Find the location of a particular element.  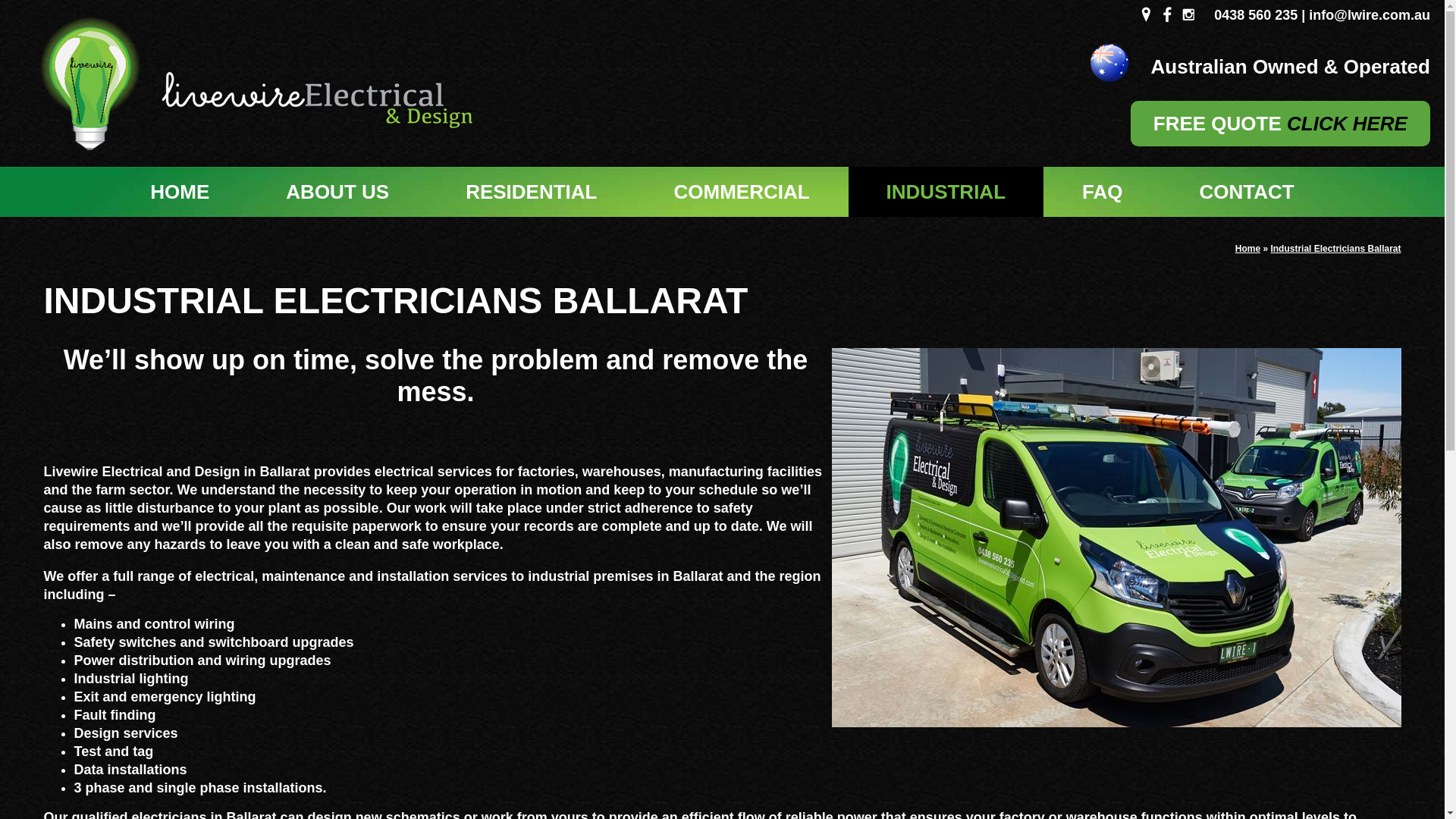

'COMMERCIAL' is located at coordinates (741, 191).